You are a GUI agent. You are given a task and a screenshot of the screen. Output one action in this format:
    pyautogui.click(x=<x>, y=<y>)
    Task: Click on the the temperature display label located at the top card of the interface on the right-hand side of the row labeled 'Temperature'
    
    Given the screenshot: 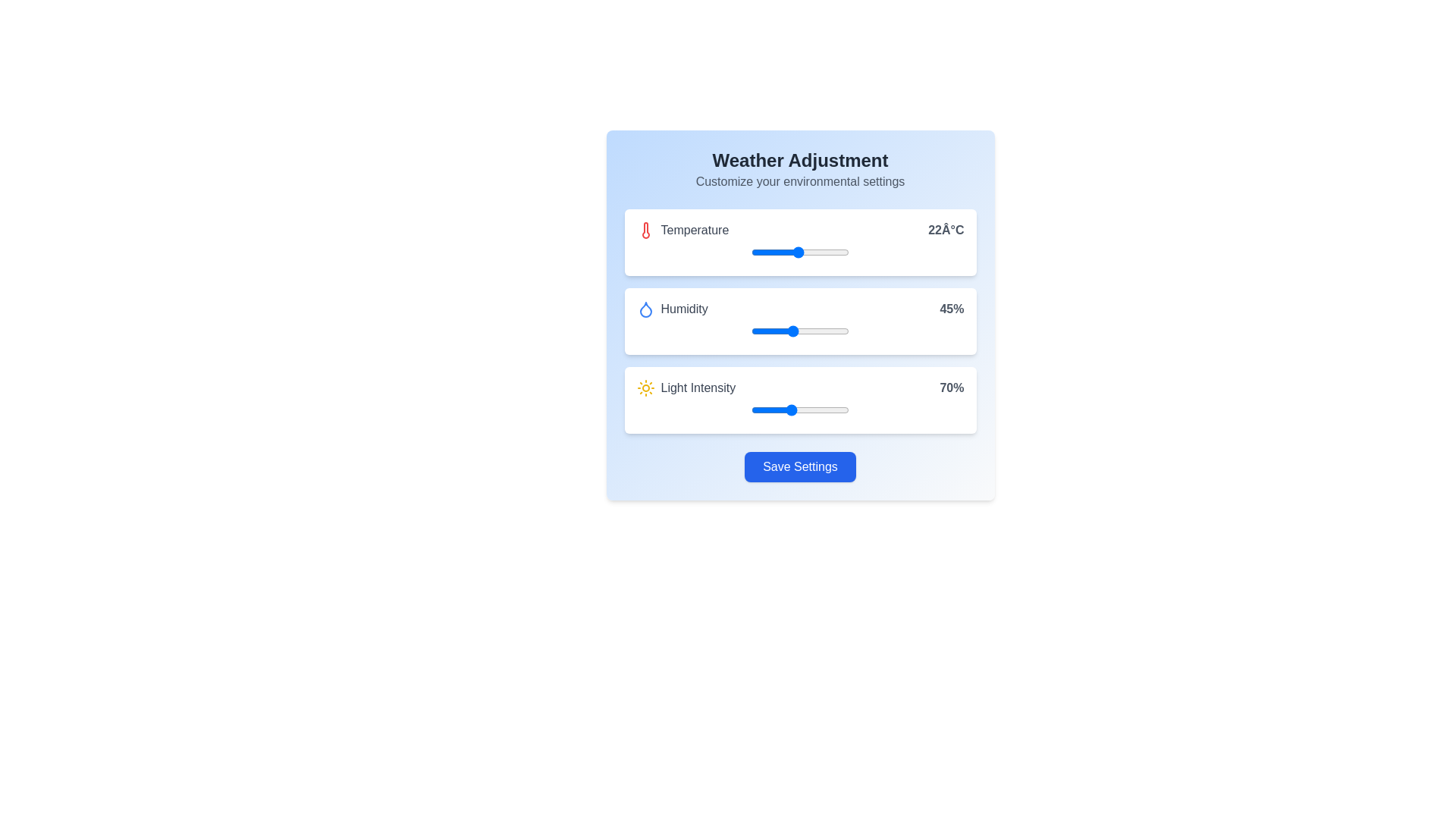 What is the action you would take?
    pyautogui.click(x=945, y=231)
    